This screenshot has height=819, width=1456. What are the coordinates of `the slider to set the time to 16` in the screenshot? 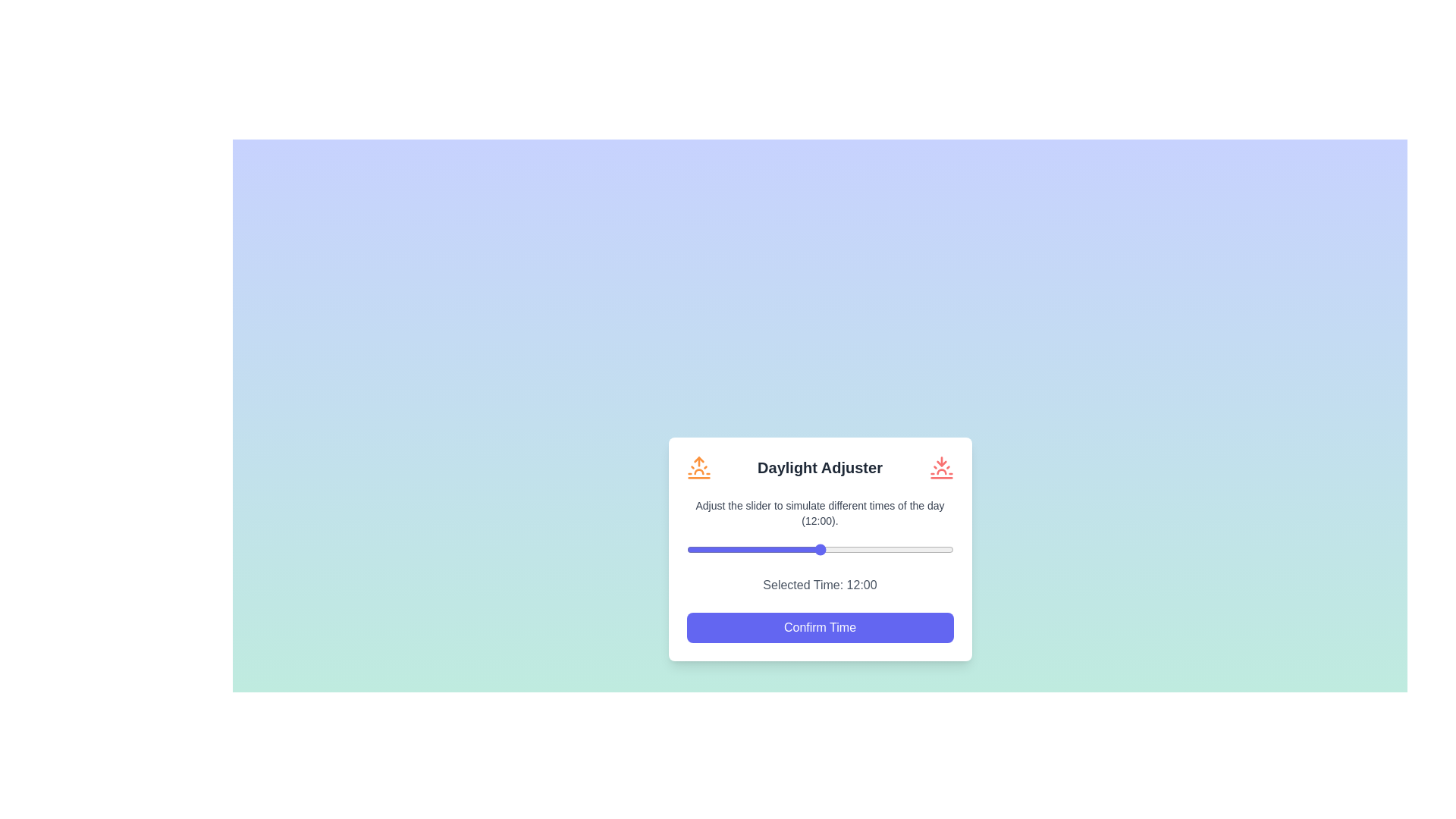 It's located at (864, 549).